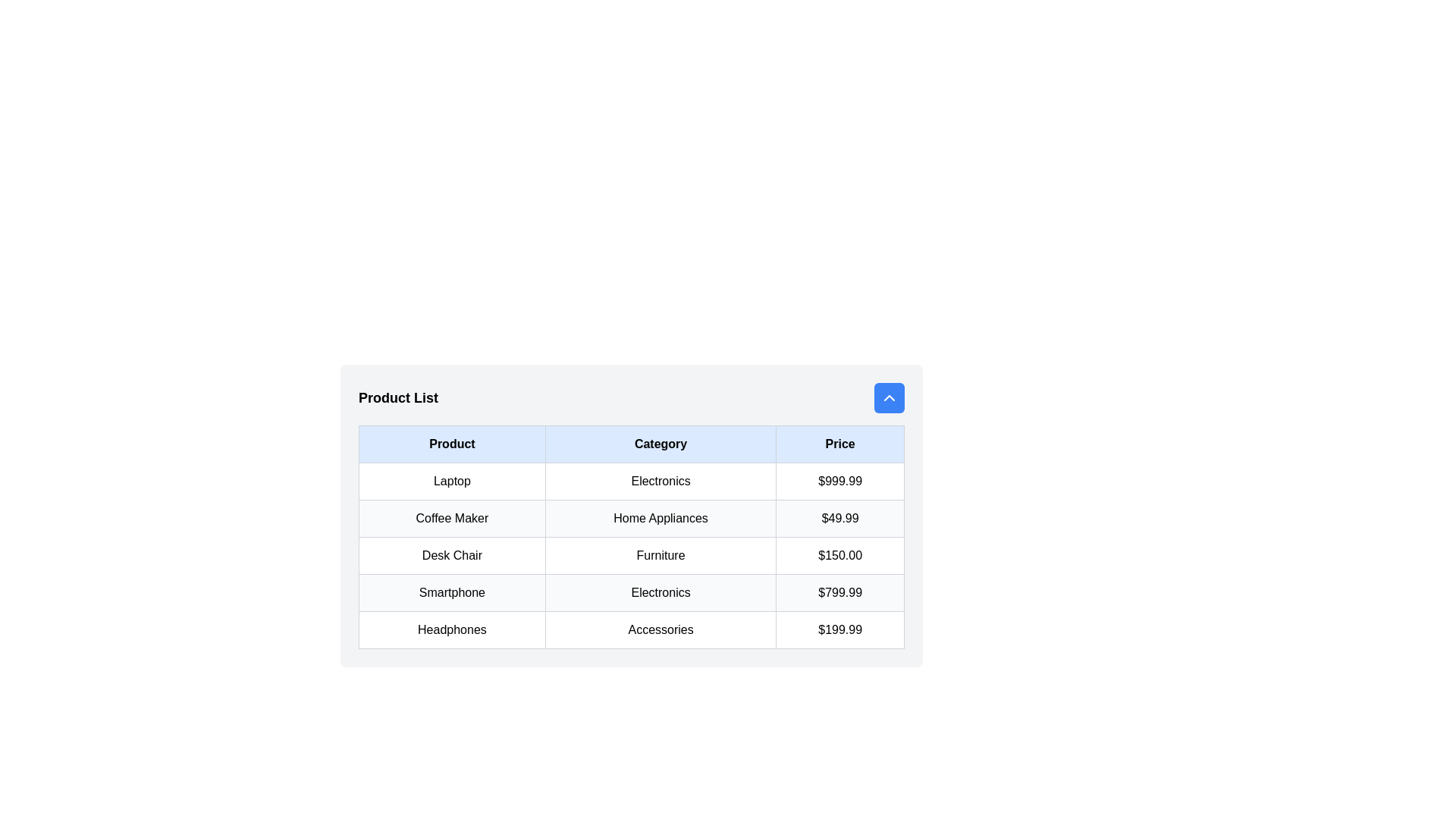 Image resolution: width=1456 pixels, height=819 pixels. What do you see at coordinates (398, 397) in the screenshot?
I see `the Text Label that serves as a header for the product list, located at the top of the product listing table` at bounding box center [398, 397].